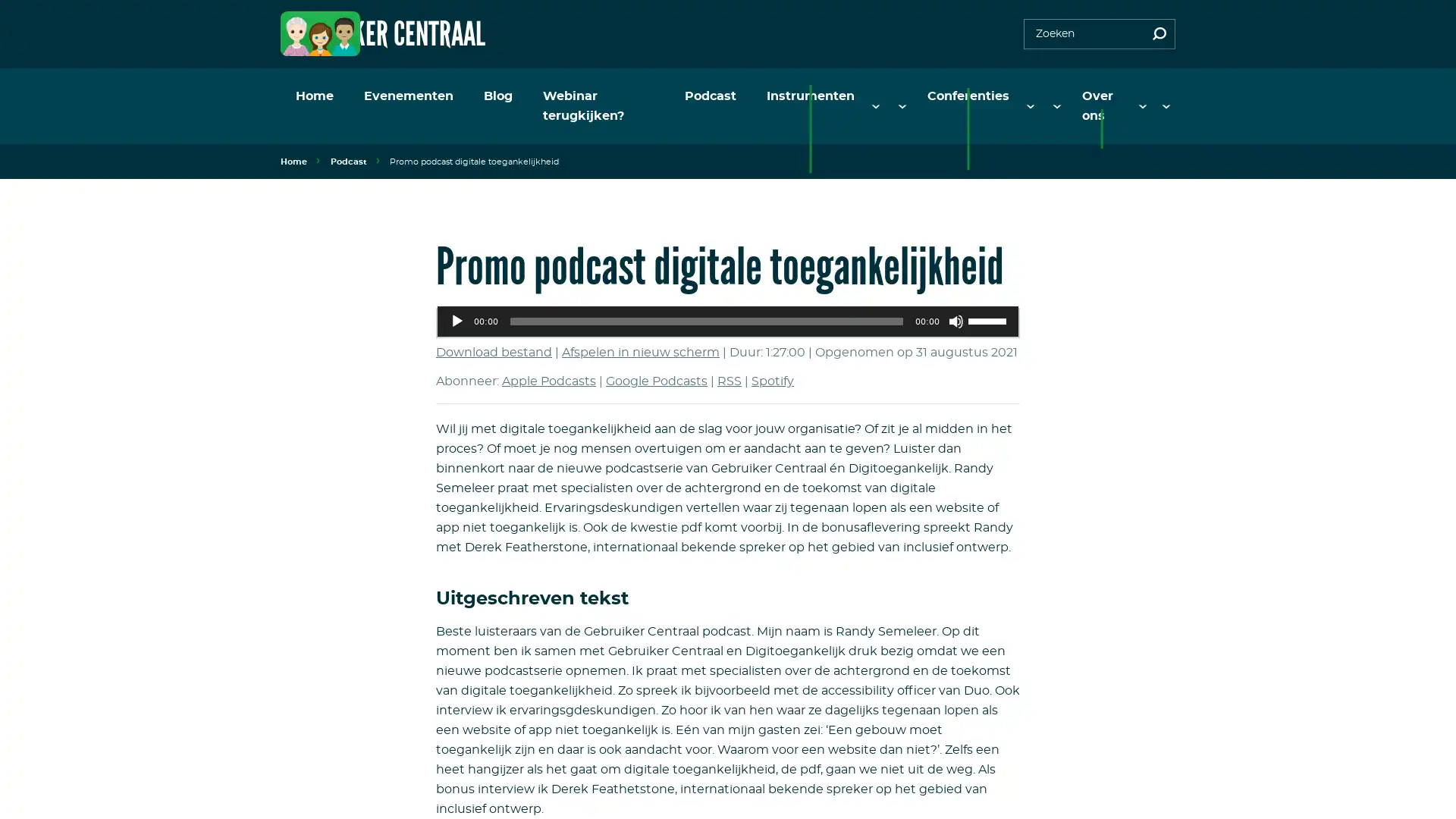 The width and height of the screenshot is (1456, 819). What do you see at coordinates (457, 301) in the screenshot?
I see `Afspelen` at bounding box center [457, 301].